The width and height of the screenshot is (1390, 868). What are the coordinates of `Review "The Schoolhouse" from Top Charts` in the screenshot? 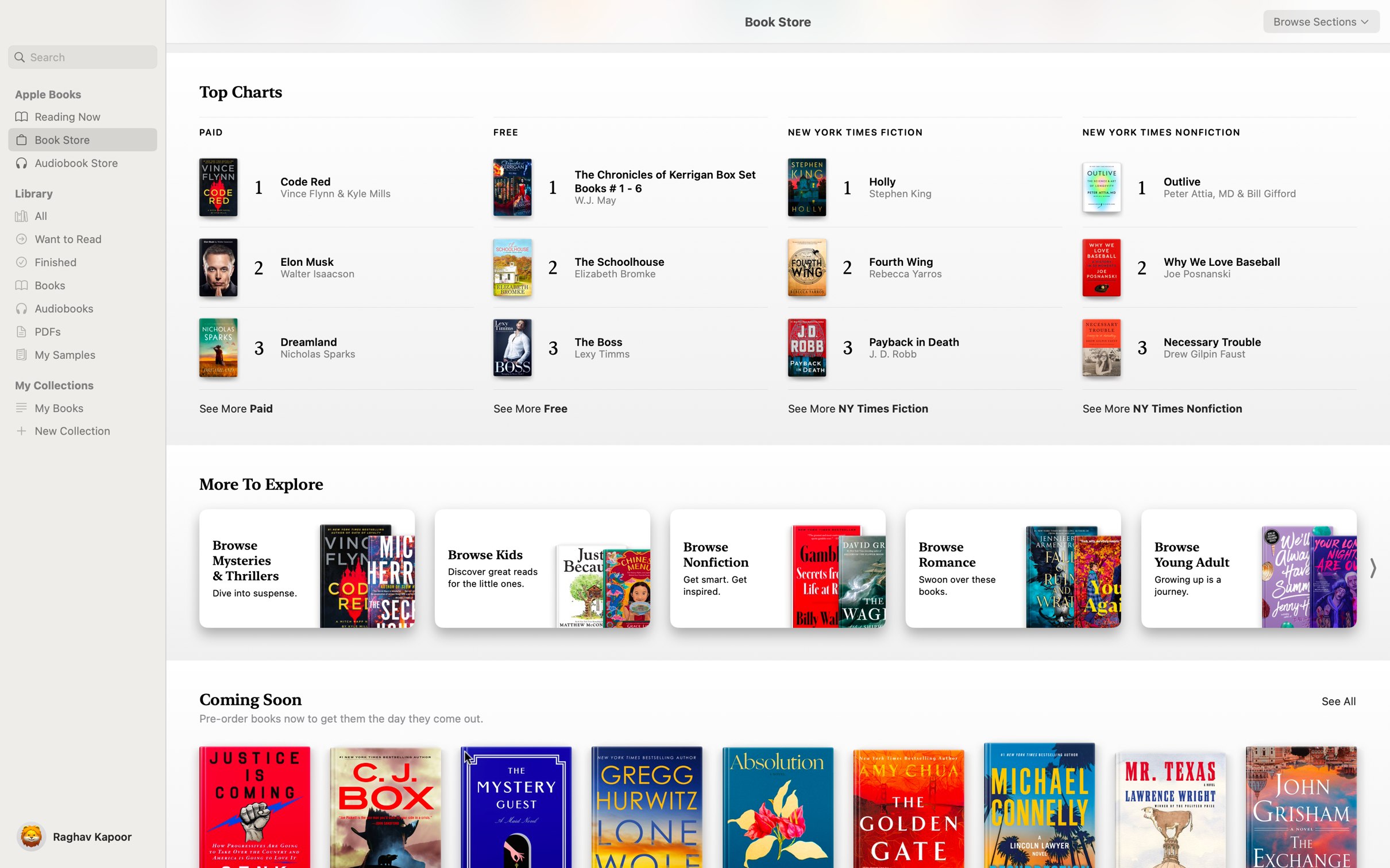 It's located at (616, 265).